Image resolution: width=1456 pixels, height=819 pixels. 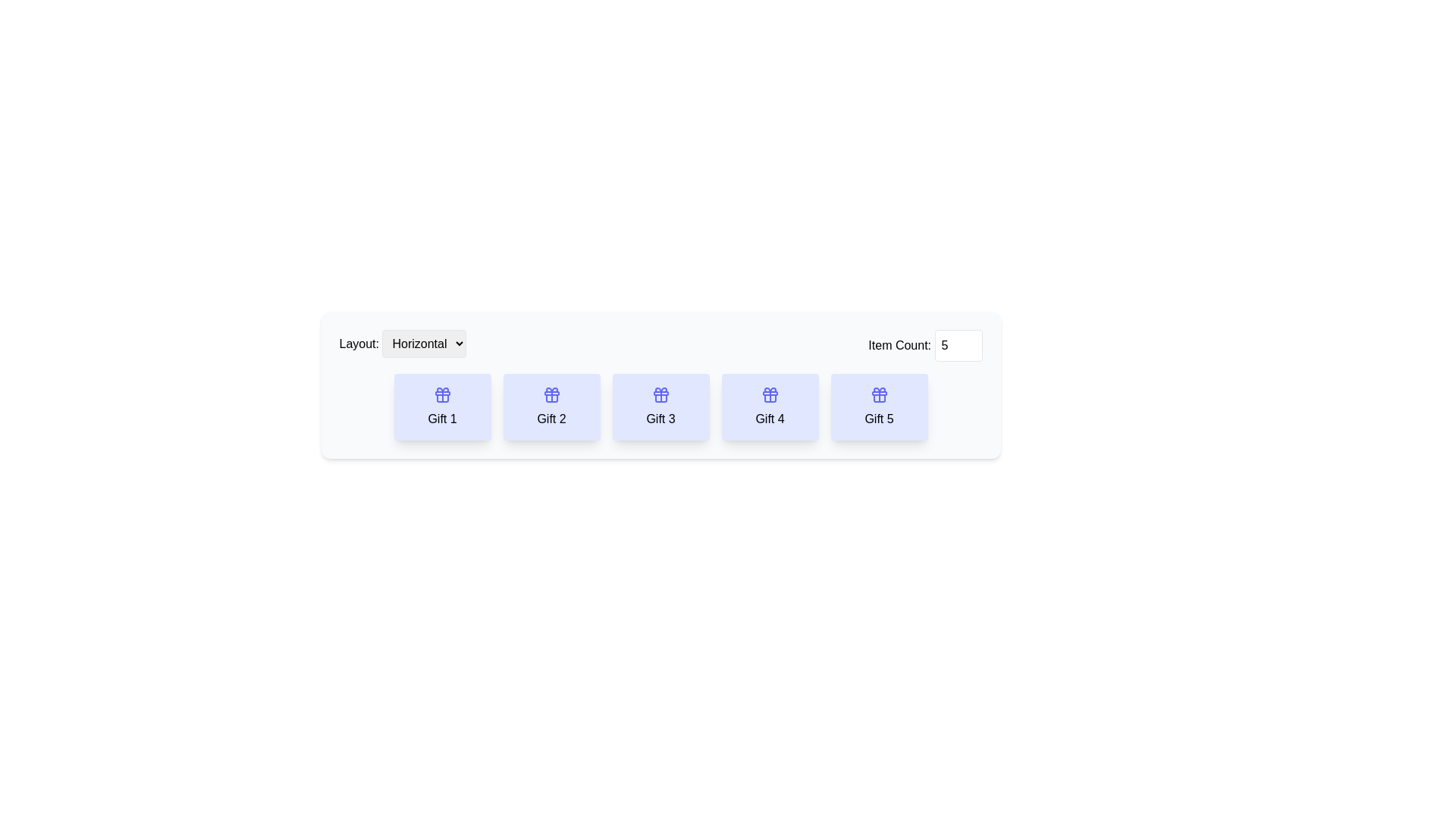 I want to click on text from the label located under the gift icon in the third card labeled 'Gift 3' for identification purposes, so click(x=661, y=419).